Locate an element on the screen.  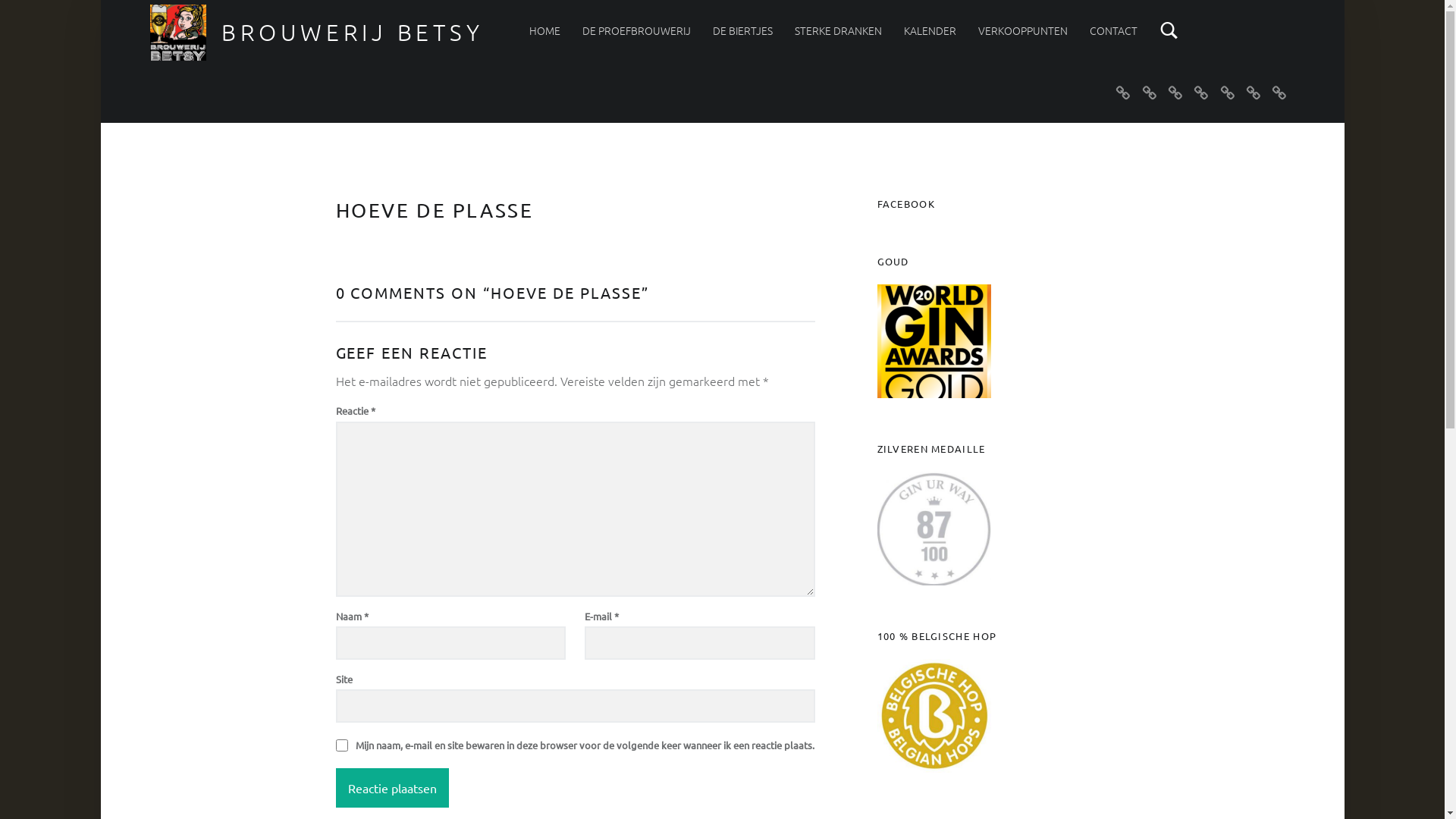
'Search' is located at coordinates (1159, 30).